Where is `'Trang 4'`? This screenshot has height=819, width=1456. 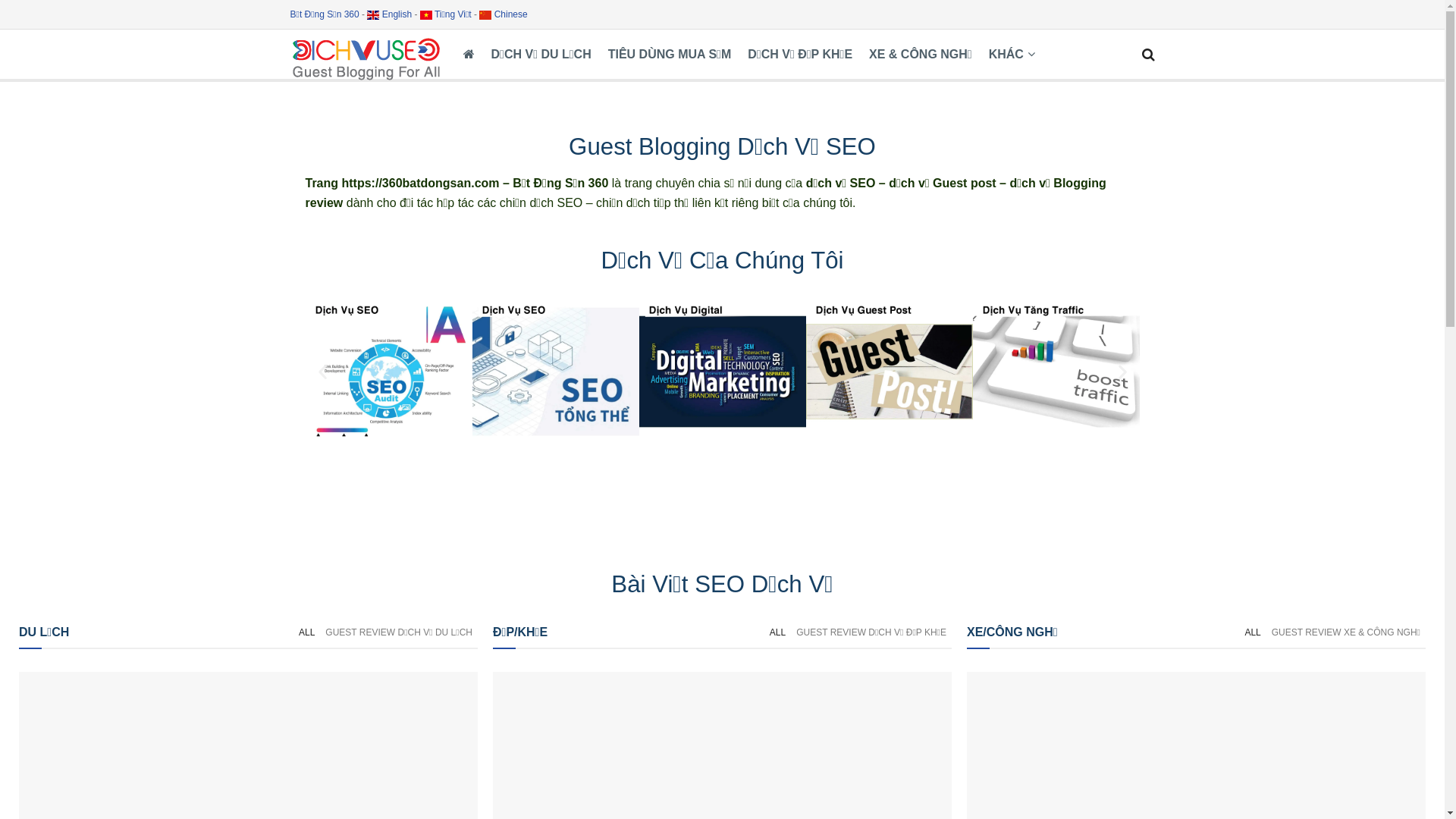 'Trang 4' is located at coordinates (388, 371).